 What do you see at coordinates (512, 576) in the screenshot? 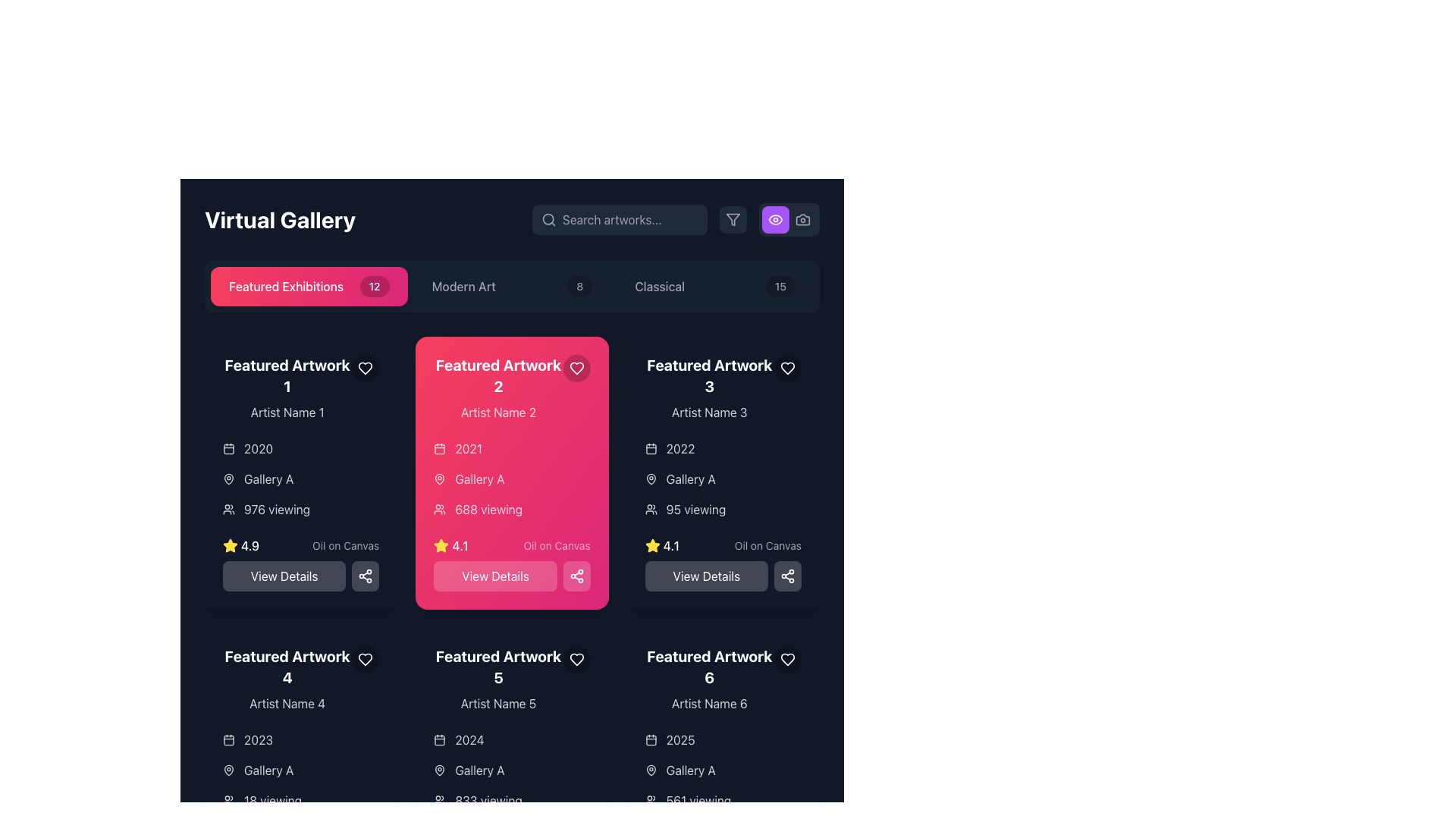
I see `the button located at the bottom of the 'Featured Artwork 2' card` at bounding box center [512, 576].